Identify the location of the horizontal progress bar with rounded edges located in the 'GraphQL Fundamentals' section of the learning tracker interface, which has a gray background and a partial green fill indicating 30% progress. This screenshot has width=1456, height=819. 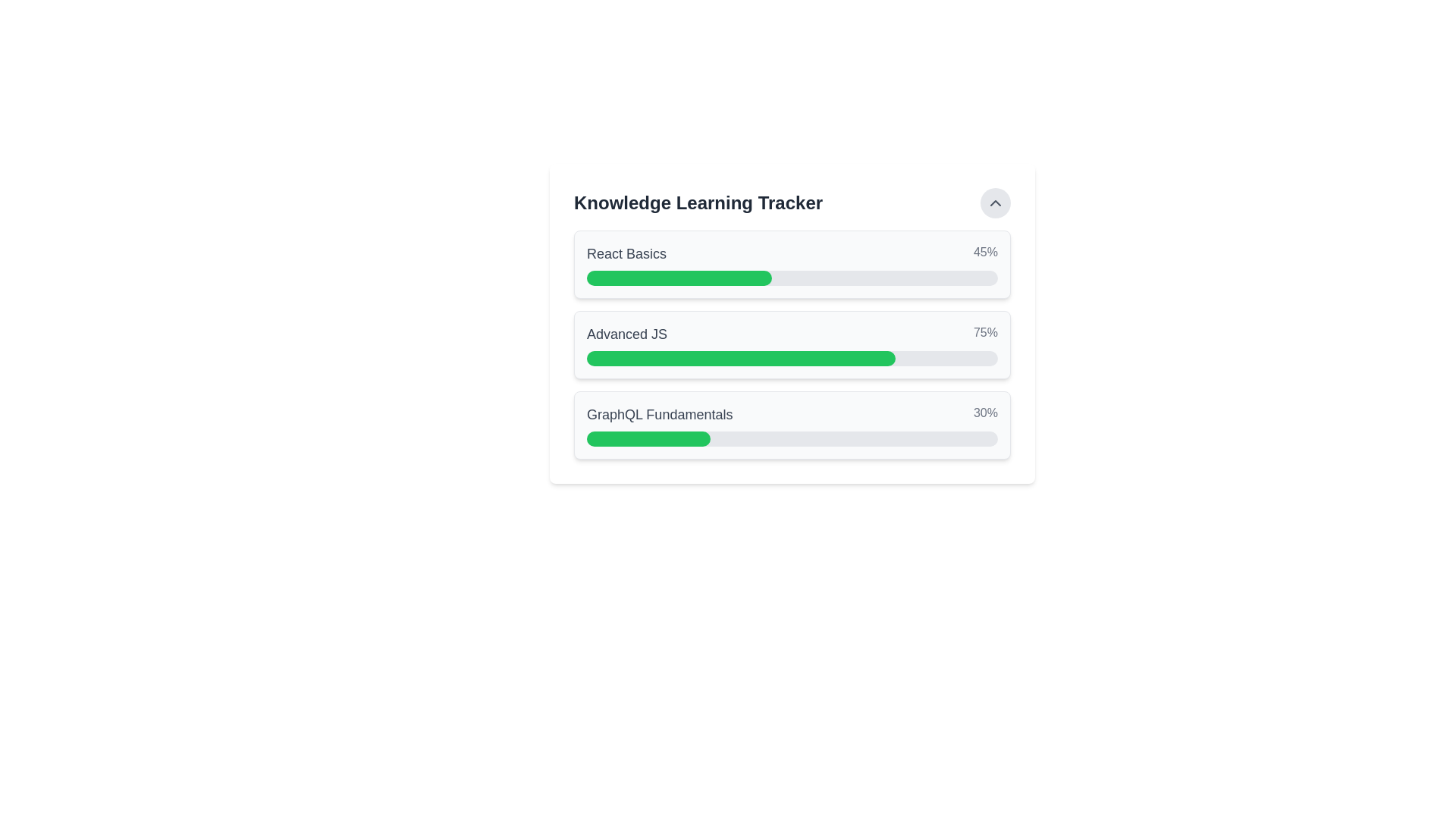
(792, 438).